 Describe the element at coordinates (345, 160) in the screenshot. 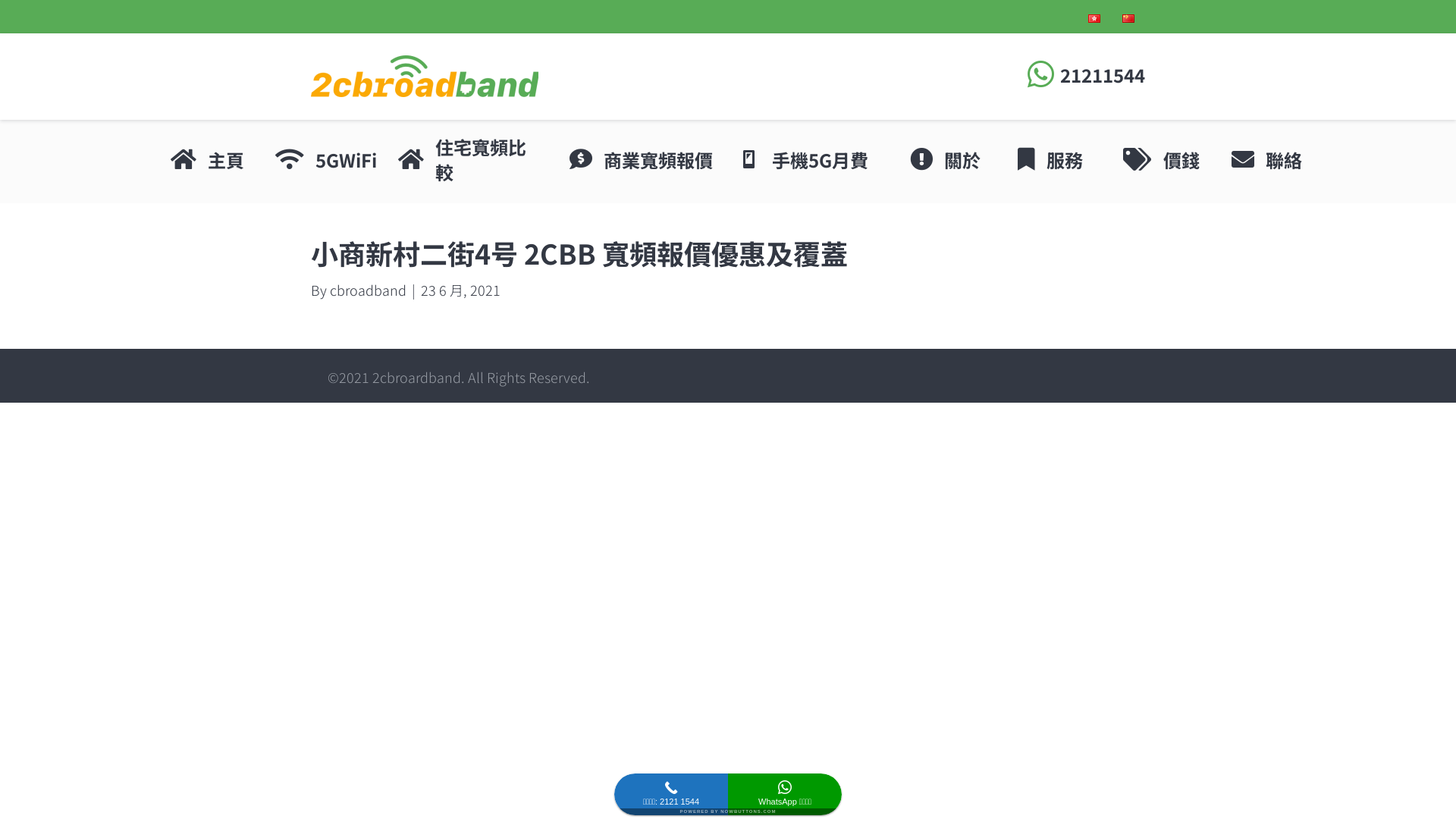

I see `'5GWiFi'` at that location.